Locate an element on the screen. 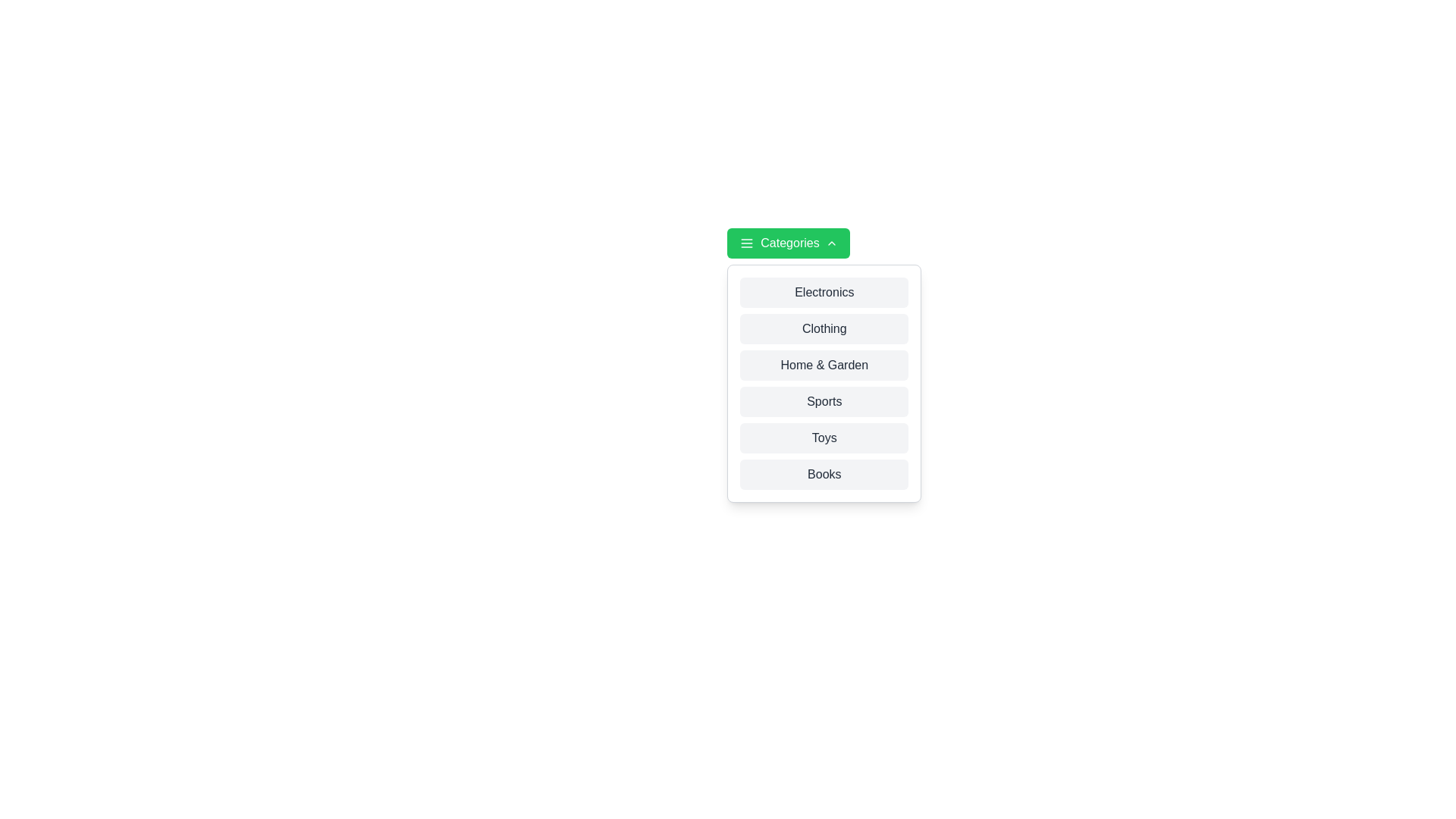 This screenshot has height=819, width=1456. the 'Clothing' button, which is the second button from the top in a vertical list, to trigger a visual change is located at coordinates (824, 328).